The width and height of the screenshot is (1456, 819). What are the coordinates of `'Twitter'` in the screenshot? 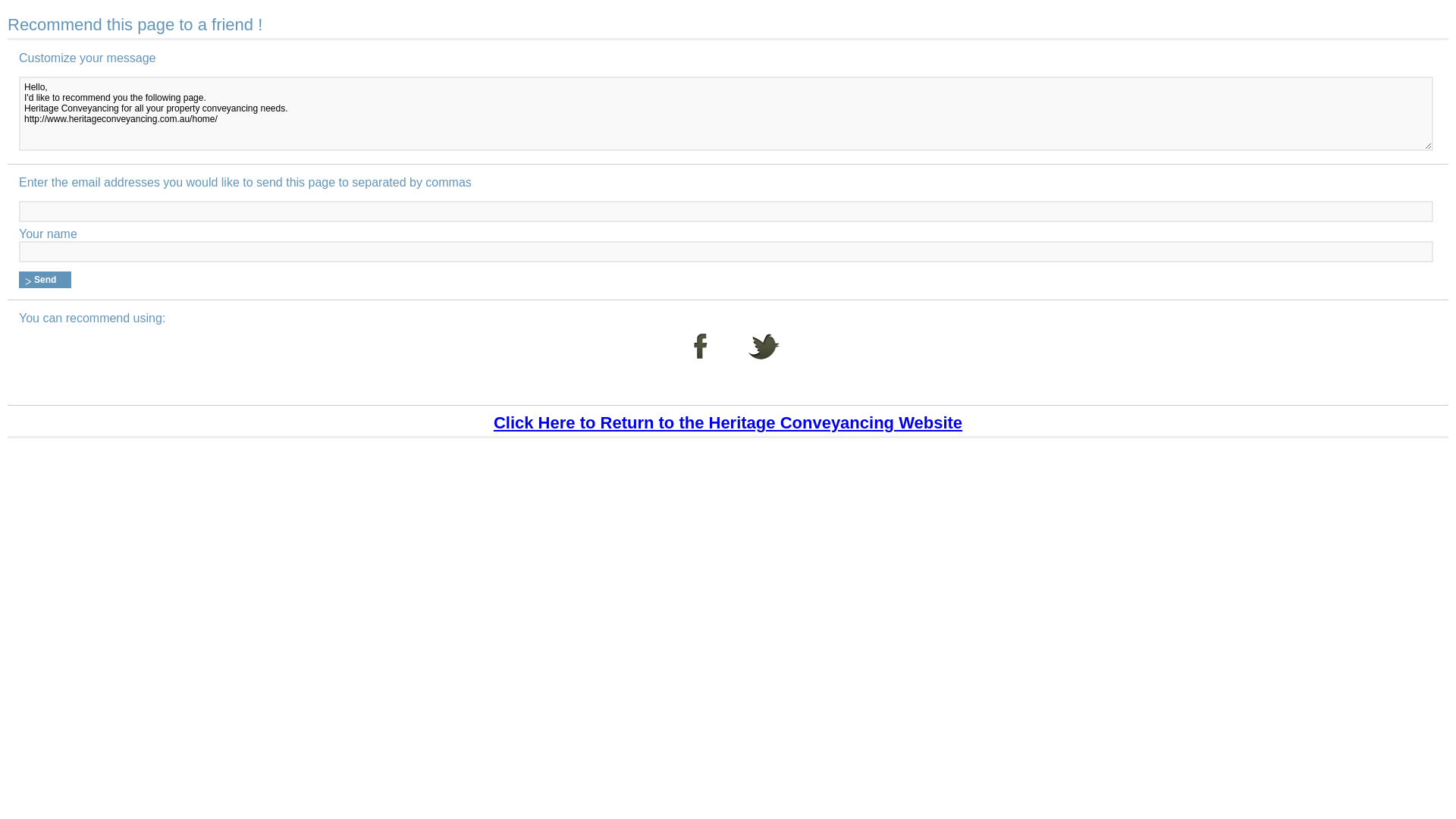 It's located at (764, 356).